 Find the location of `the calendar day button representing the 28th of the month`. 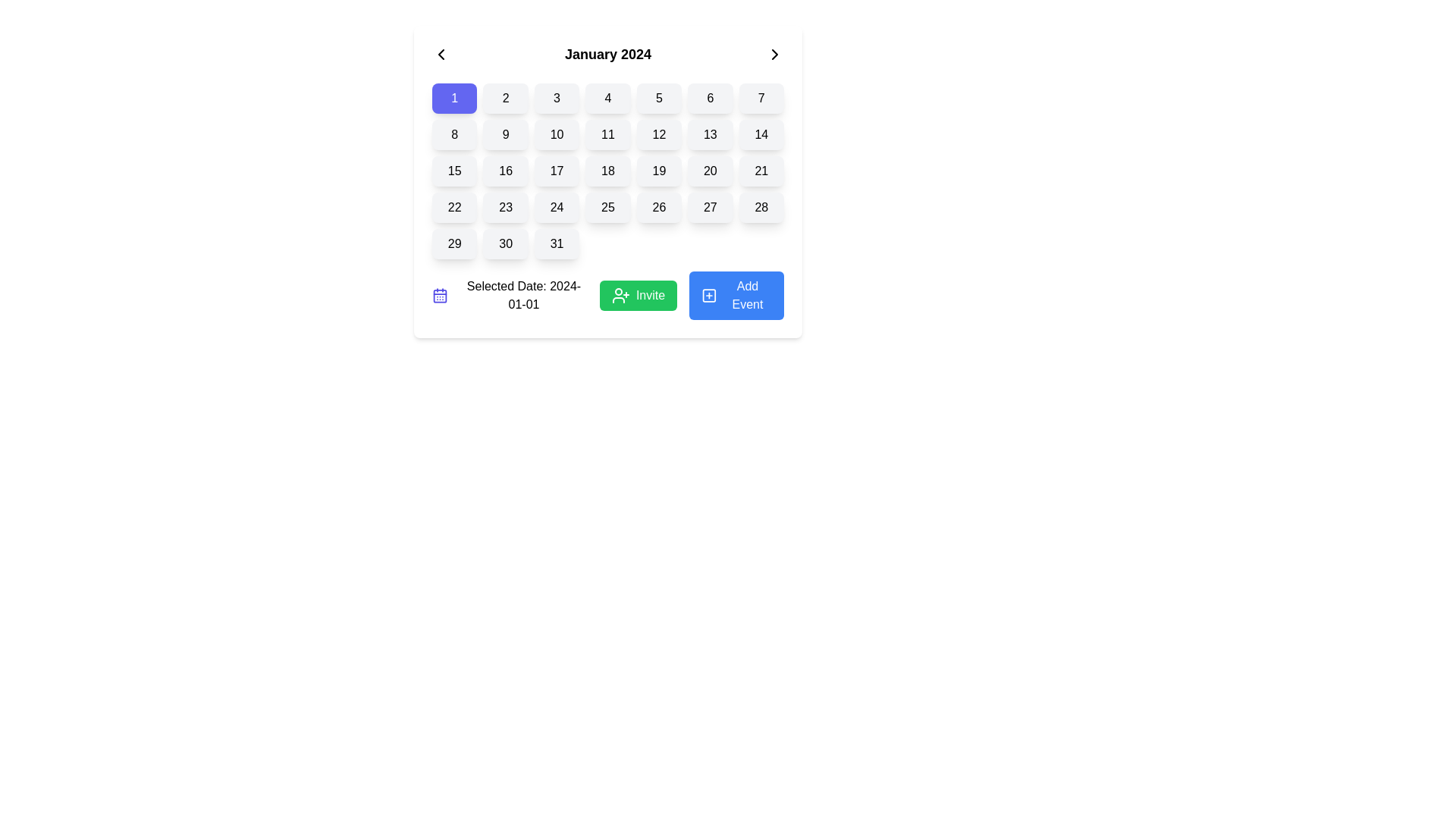

the calendar day button representing the 28th of the month is located at coordinates (761, 207).